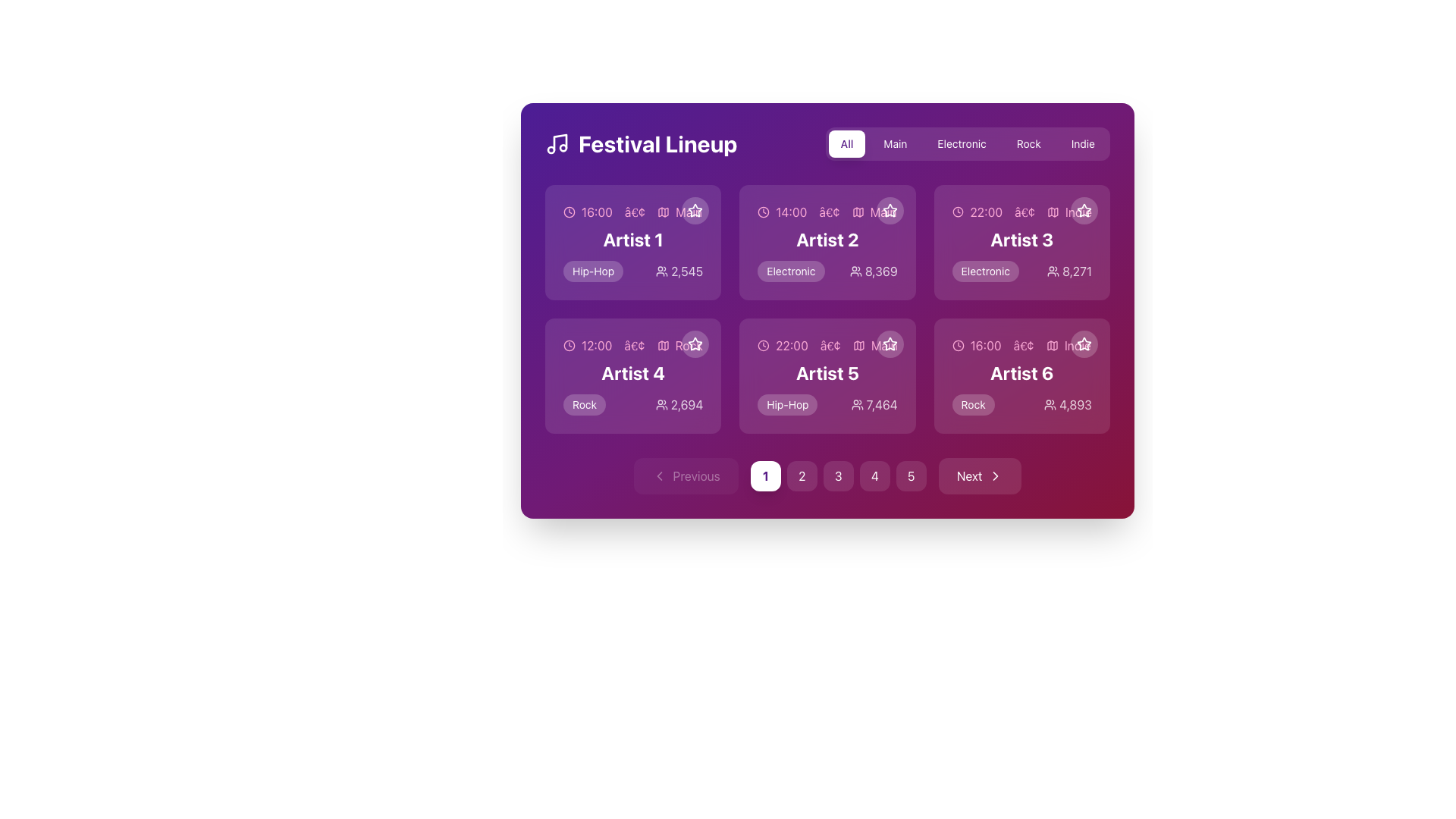 This screenshot has height=819, width=1456. Describe the element at coordinates (1084, 210) in the screenshot. I see `the star-shaped icon within the white circular button in the top-right corner of the 'Artist 3' card to favorite the associated artist` at that location.